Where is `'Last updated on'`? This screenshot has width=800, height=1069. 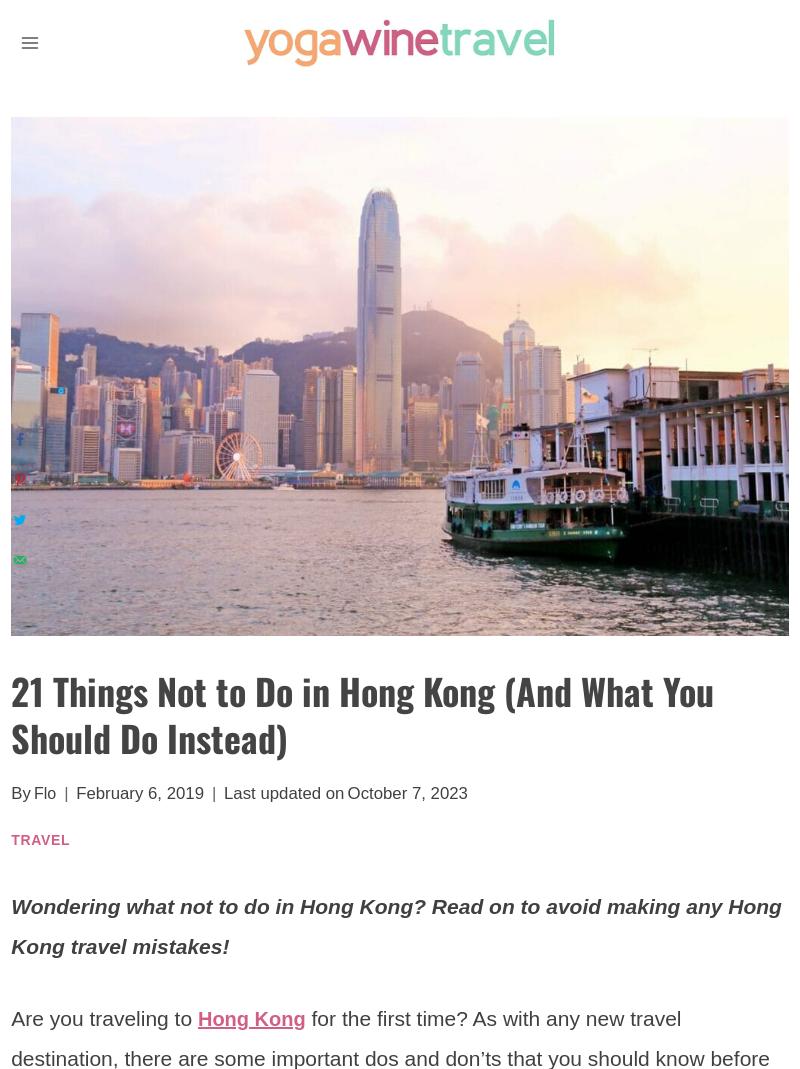
'Last updated on' is located at coordinates (285, 793).